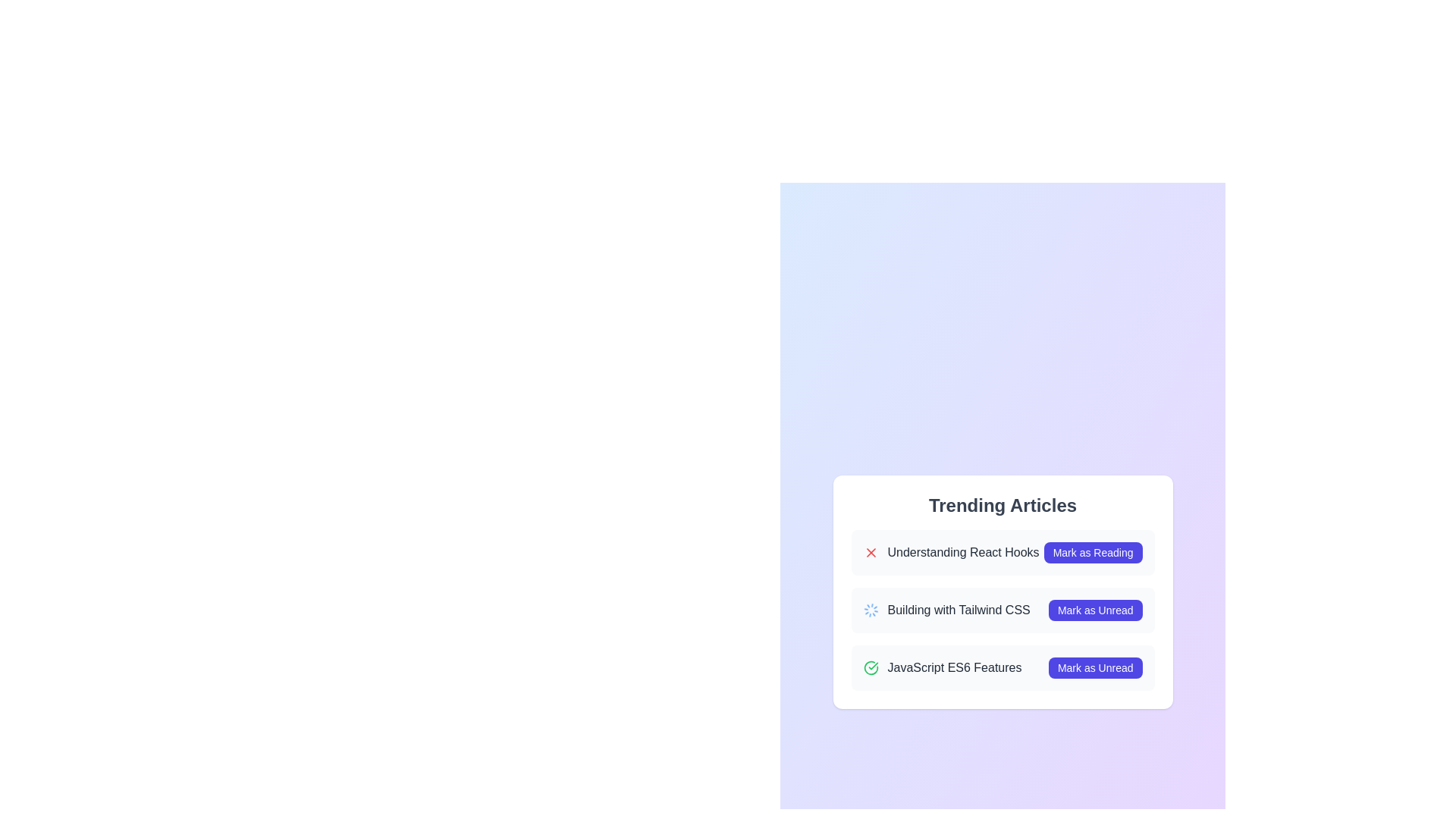  What do you see at coordinates (950, 553) in the screenshot?
I see `the text 'Understanding React Hooks' located in the first row of the 'Trending Articles' section` at bounding box center [950, 553].